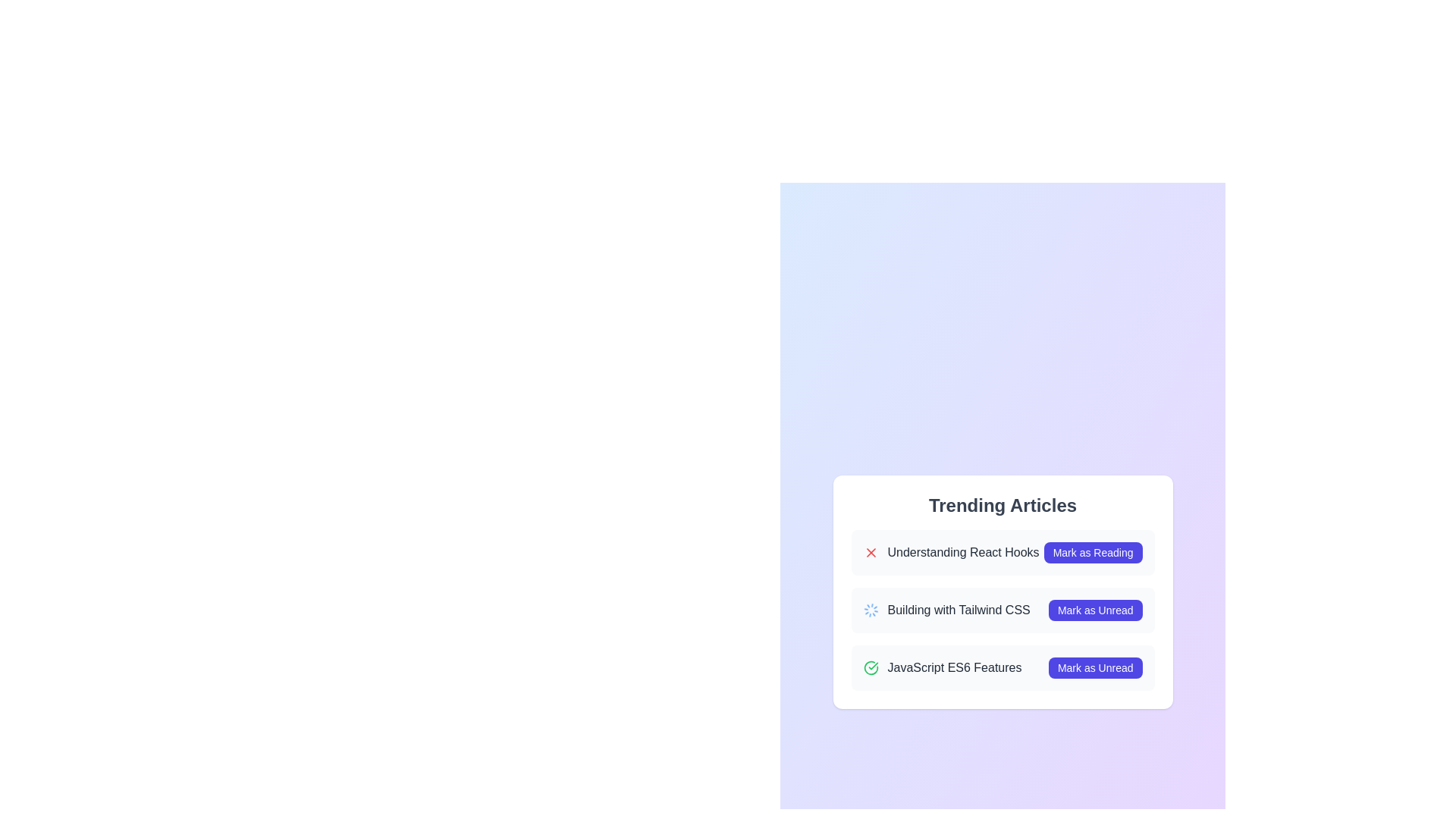  What do you see at coordinates (950, 553) in the screenshot?
I see `the text 'Understanding React Hooks' located in the first row of the 'Trending Articles' section` at bounding box center [950, 553].